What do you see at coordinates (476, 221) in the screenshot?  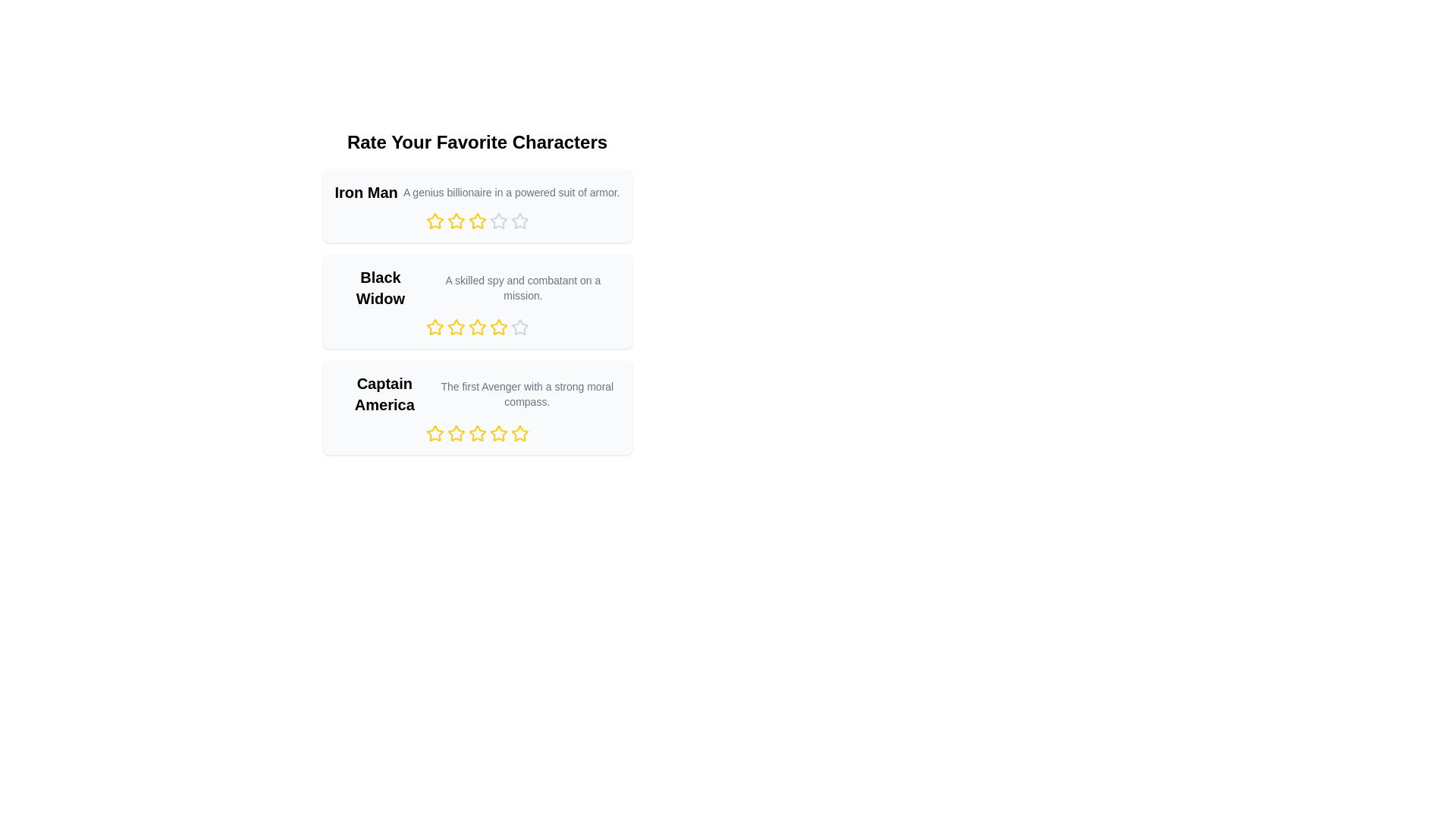 I see `the third star in the row of five stars within the 'Iron Man' card to indicate a rating level associated with it` at bounding box center [476, 221].